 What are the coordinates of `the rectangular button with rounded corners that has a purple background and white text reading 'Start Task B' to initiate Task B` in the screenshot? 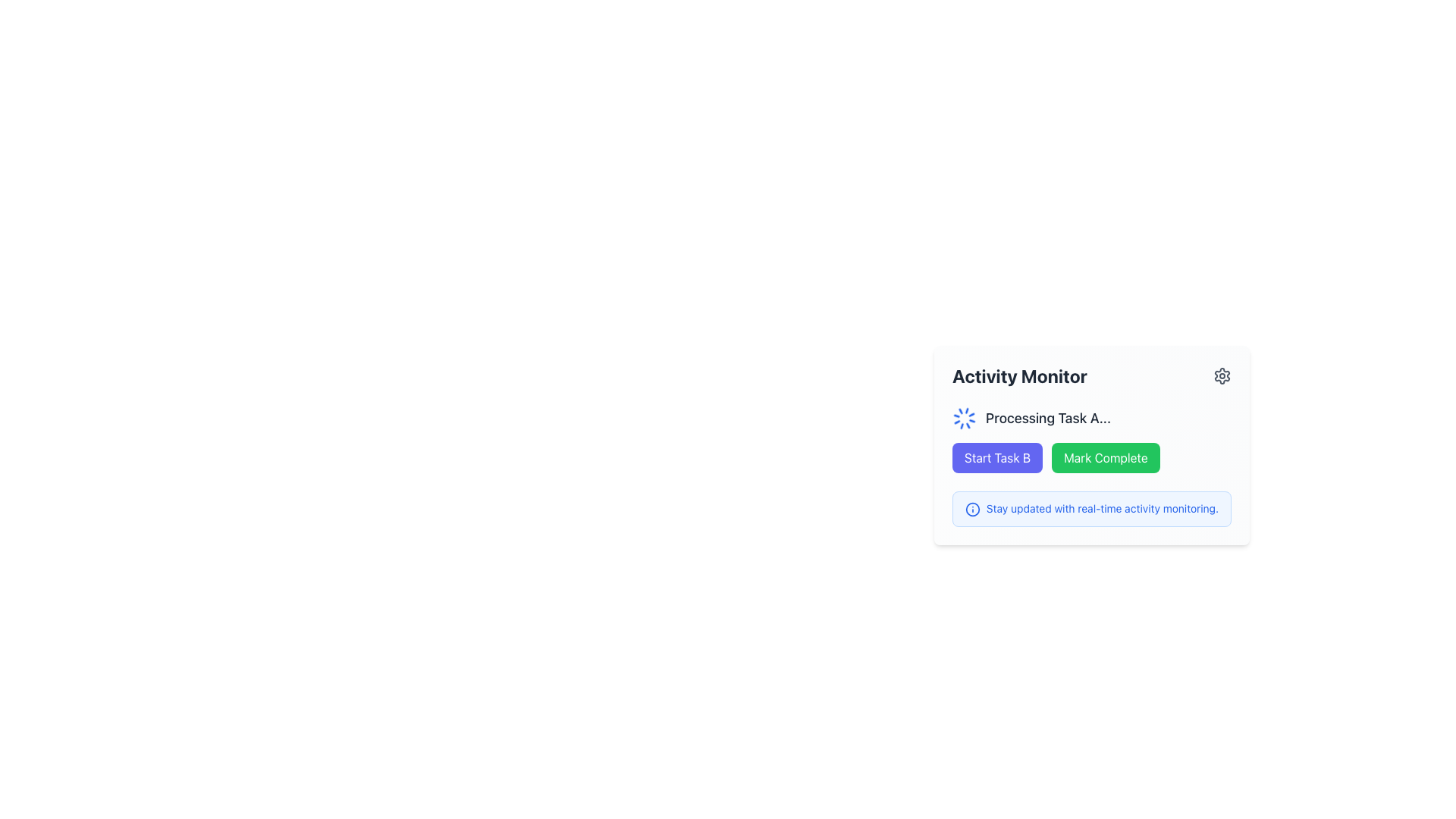 It's located at (997, 457).